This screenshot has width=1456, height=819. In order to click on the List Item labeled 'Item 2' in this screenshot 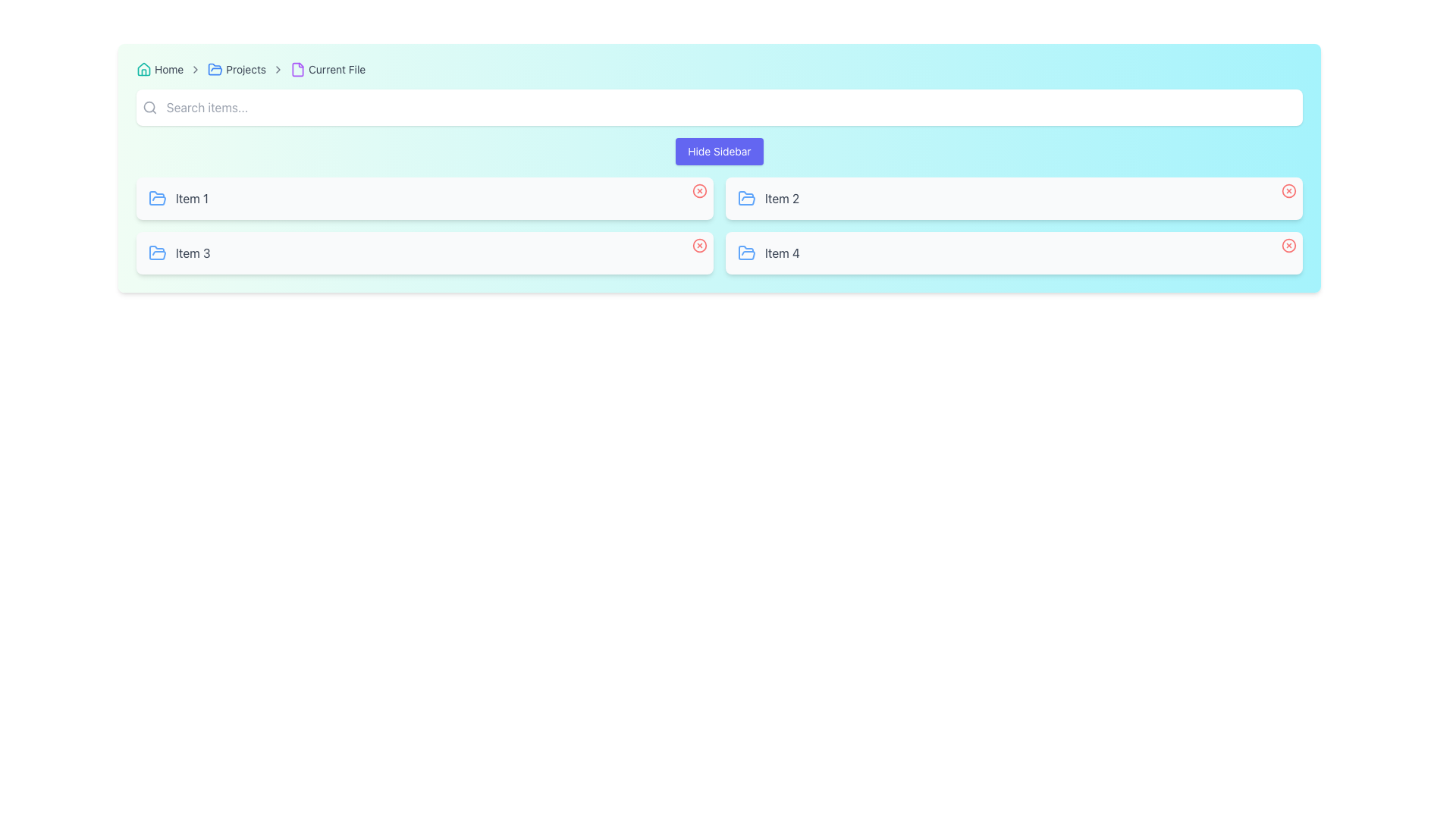, I will do `click(1014, 198)`.